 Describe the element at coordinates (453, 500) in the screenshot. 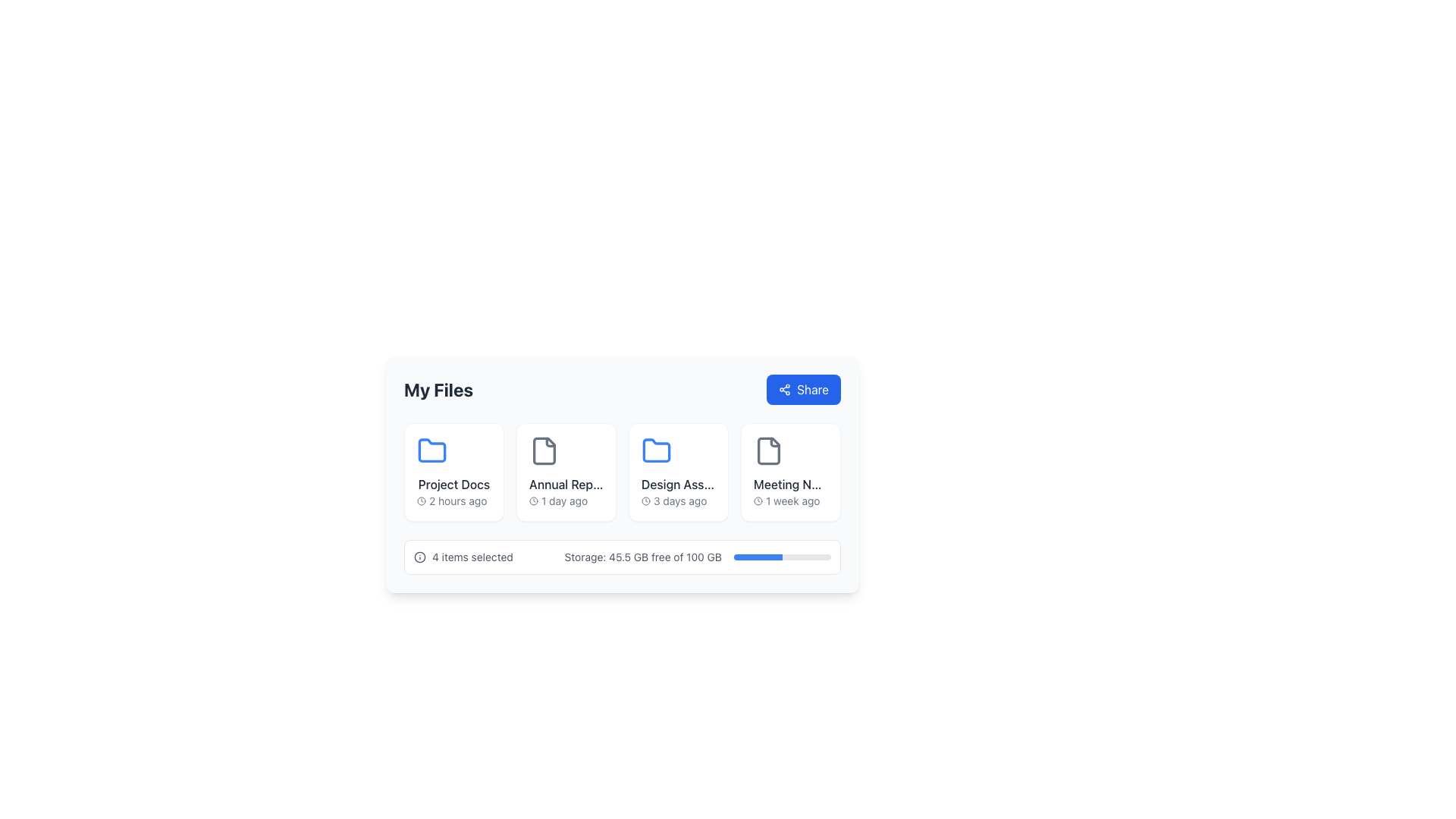

I see `the text label displaying '2 hours ago' with a clock icon, located below the title 'Project Docs' in the card layout` at that location.